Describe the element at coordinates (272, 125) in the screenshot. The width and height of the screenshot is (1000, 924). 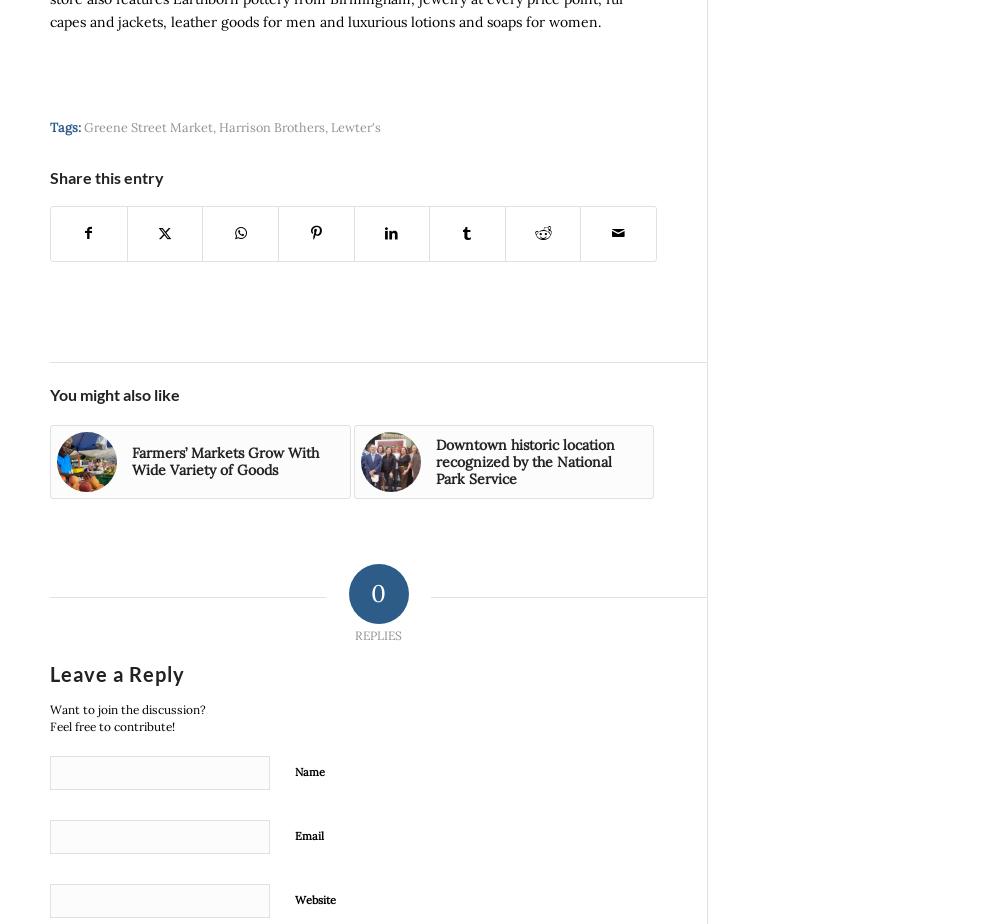
I see `'Harrison Brothers'` at that location.